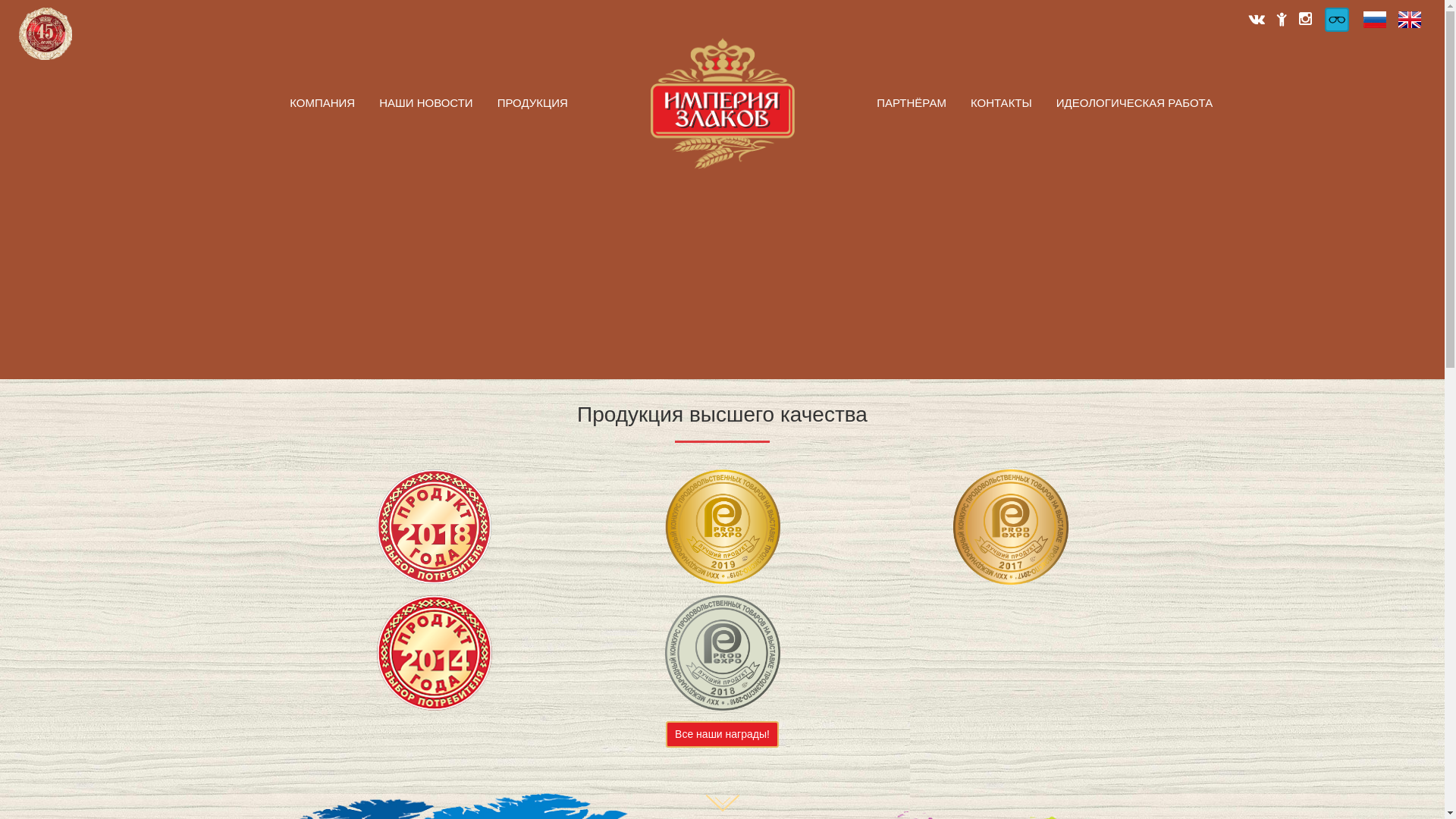 This screenshot has height=819, width=1456. Describe the element at coordinates (1375, 20) in the screenshot. I see `'Russian (Russia)'` at that location.